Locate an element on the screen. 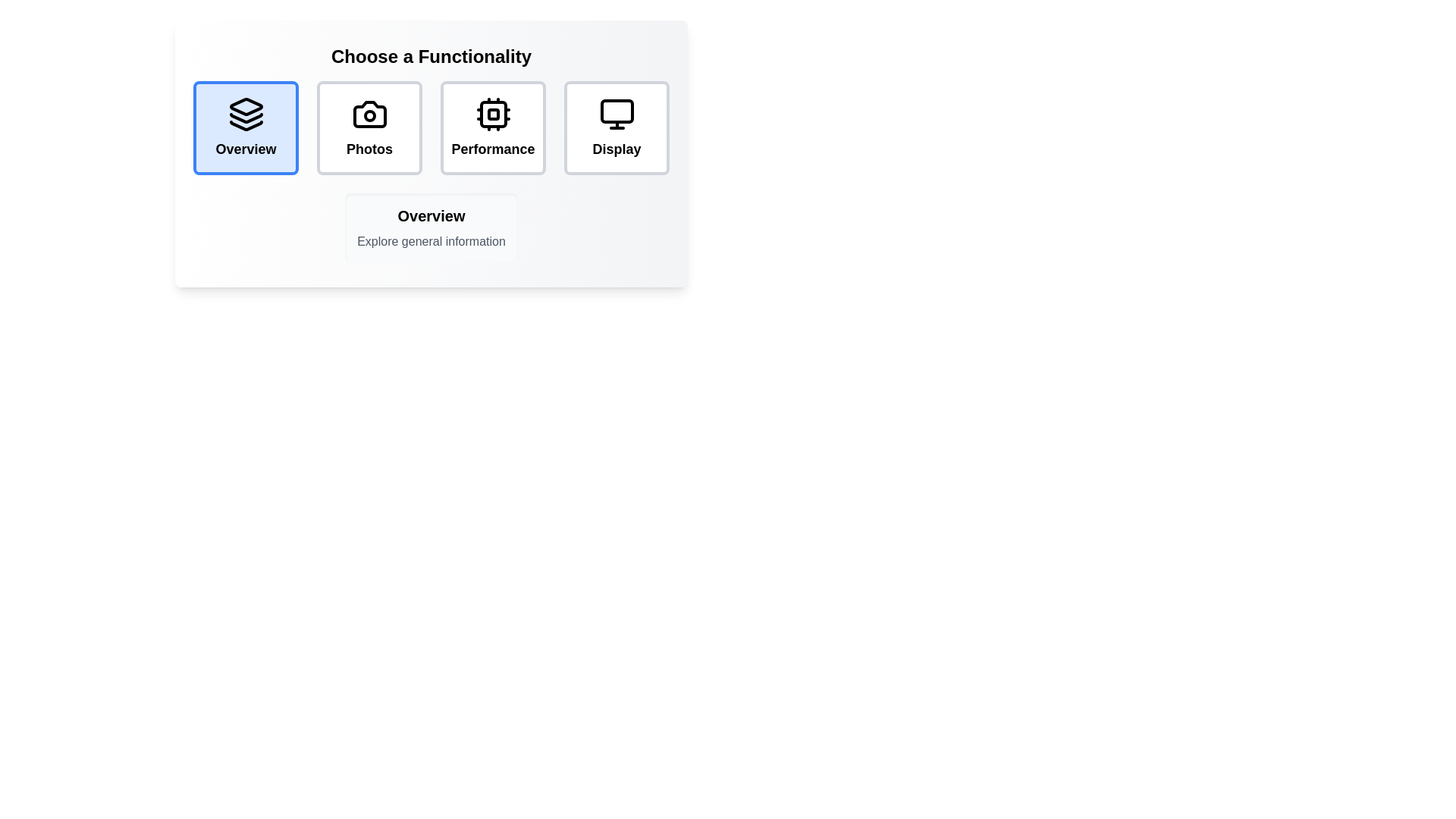 This screenshot has height=819, width=1456. the layered icon composed of three stacked parallelograms with a black outline in a light blue square background is located at coordinates (246, 113).